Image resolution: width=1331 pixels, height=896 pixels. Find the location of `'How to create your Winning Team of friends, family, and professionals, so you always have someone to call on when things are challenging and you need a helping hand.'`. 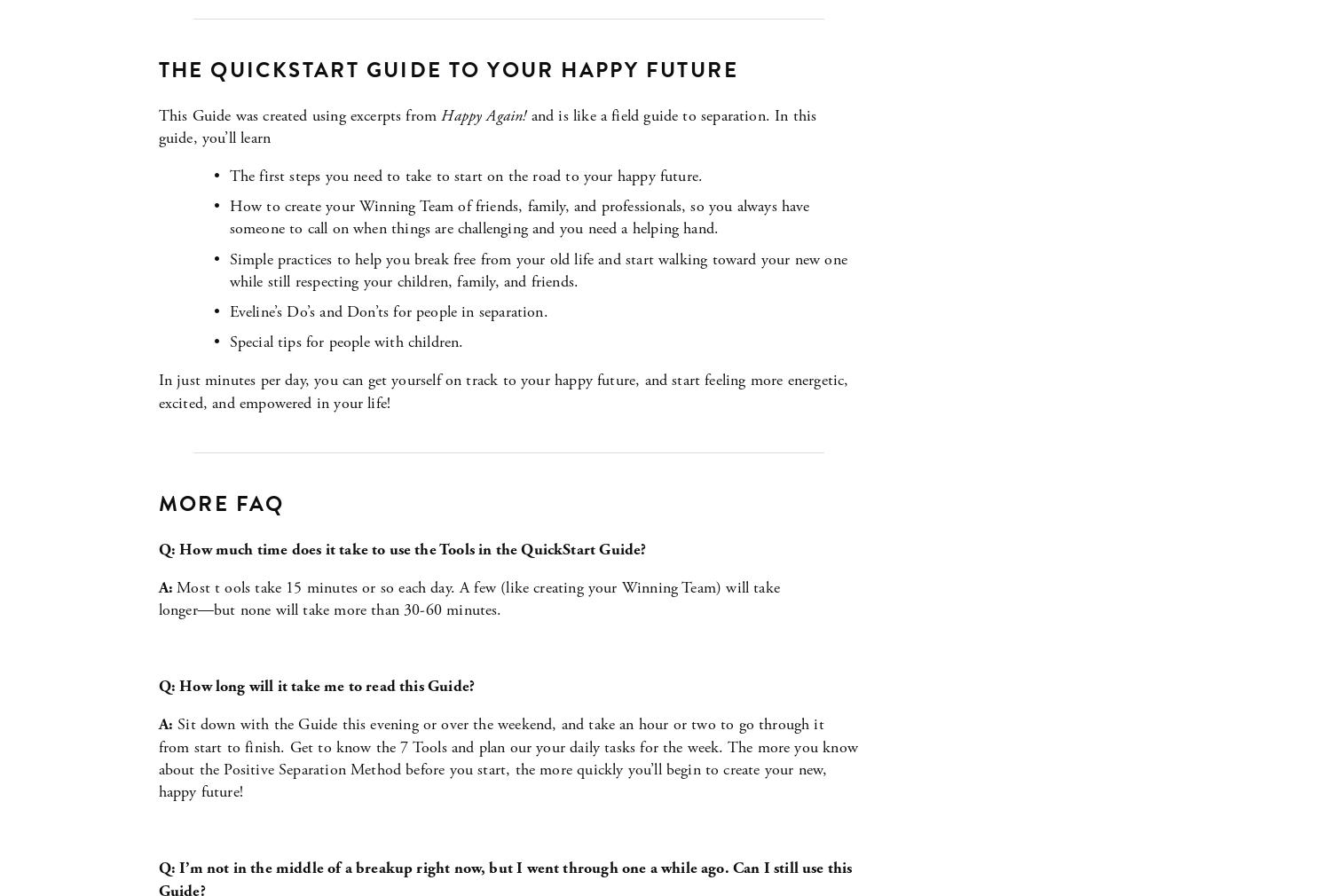

'How to create your Winning Team of friends, family, and professionals, so you always have someone to call on when things are challenging and you need a helping hand.' is located at coordinates (520, 216).